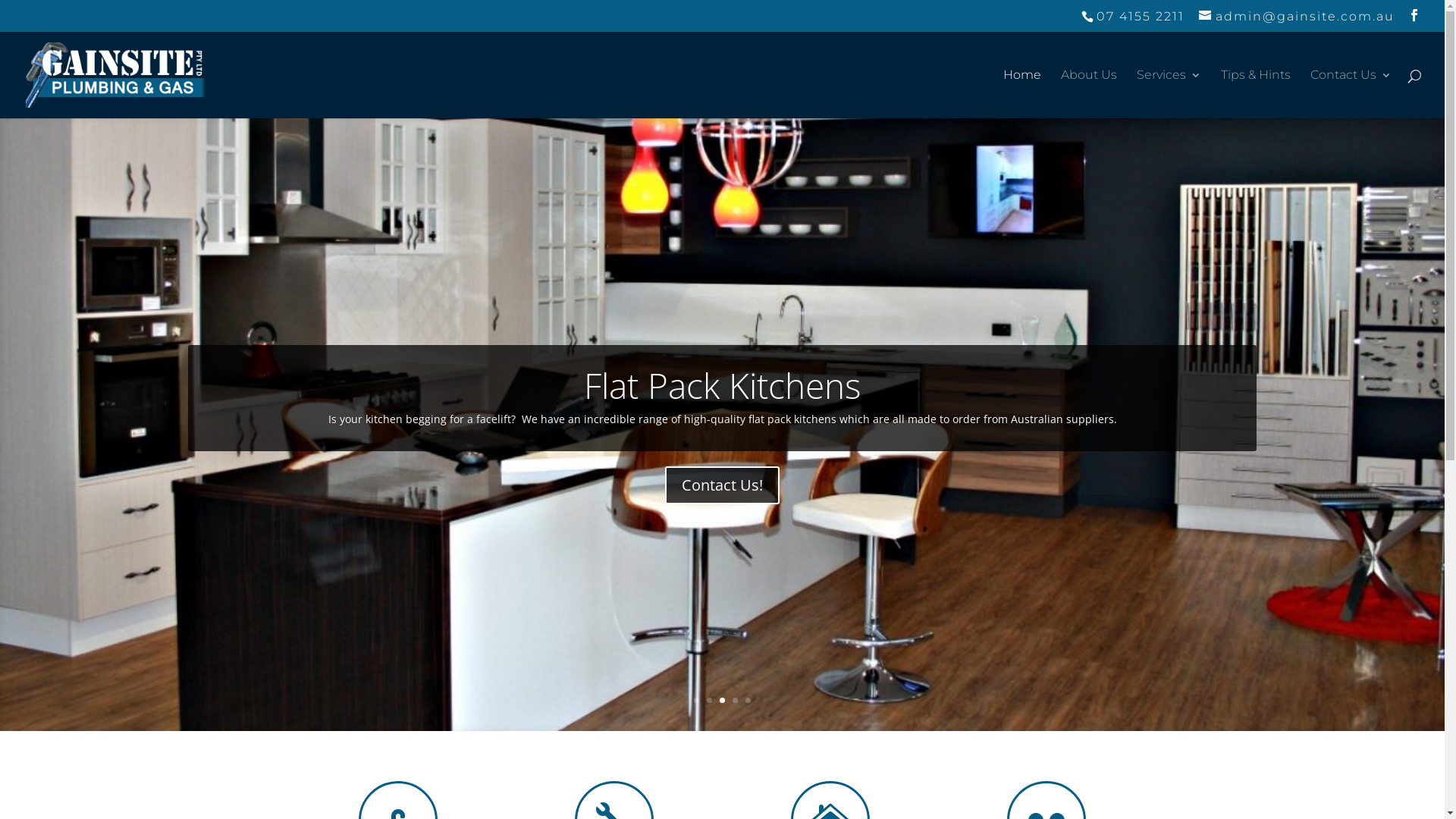  What do you see at coordinates (748, 700) in the screenshot?
I see `'5'` at bounding box center [748, 700].